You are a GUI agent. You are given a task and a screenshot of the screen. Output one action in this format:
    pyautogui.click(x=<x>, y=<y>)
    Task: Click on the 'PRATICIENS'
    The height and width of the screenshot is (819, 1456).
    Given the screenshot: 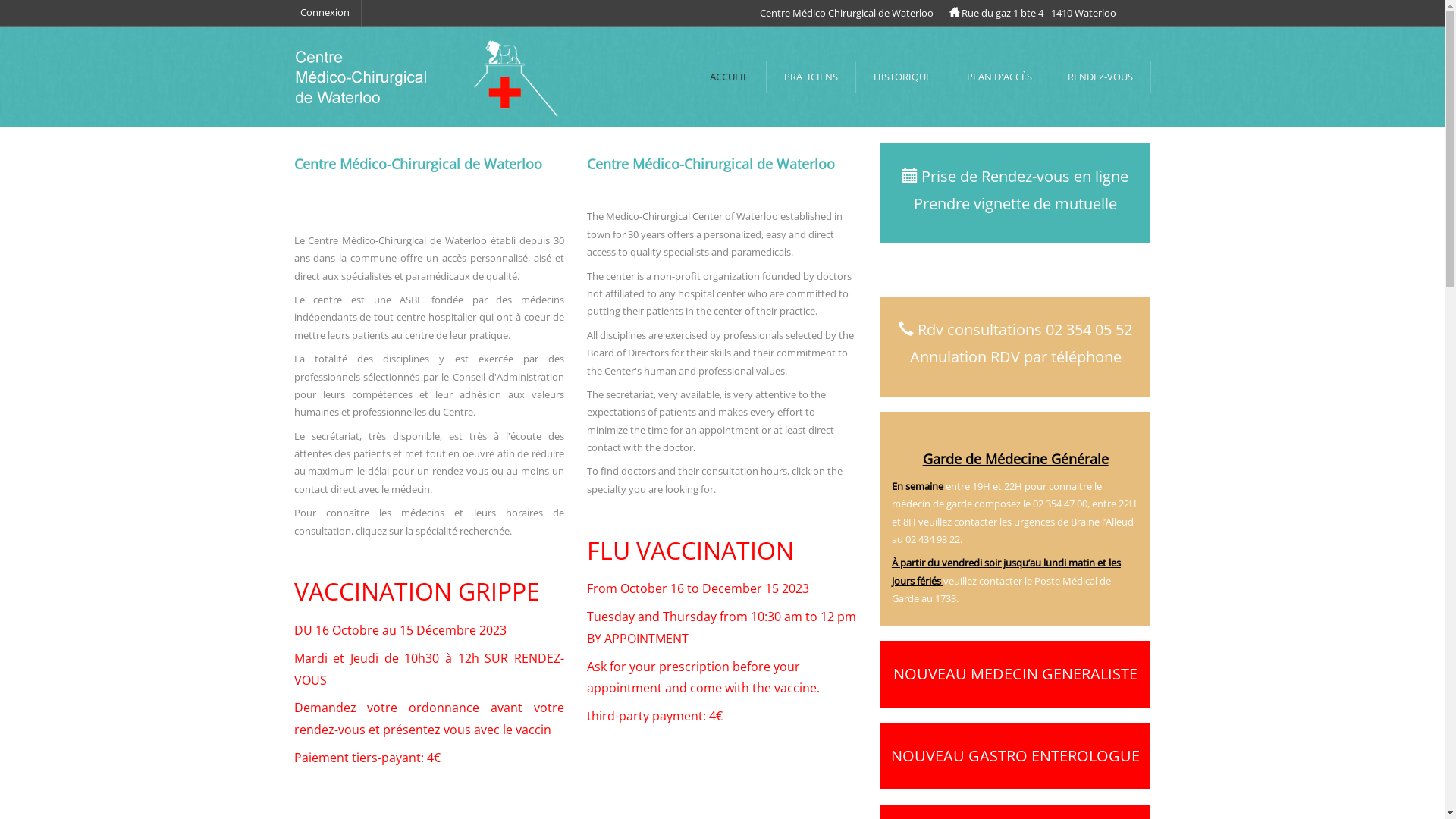 What is the action you would take?
    pyautogui.click(x=810, y=77)
    